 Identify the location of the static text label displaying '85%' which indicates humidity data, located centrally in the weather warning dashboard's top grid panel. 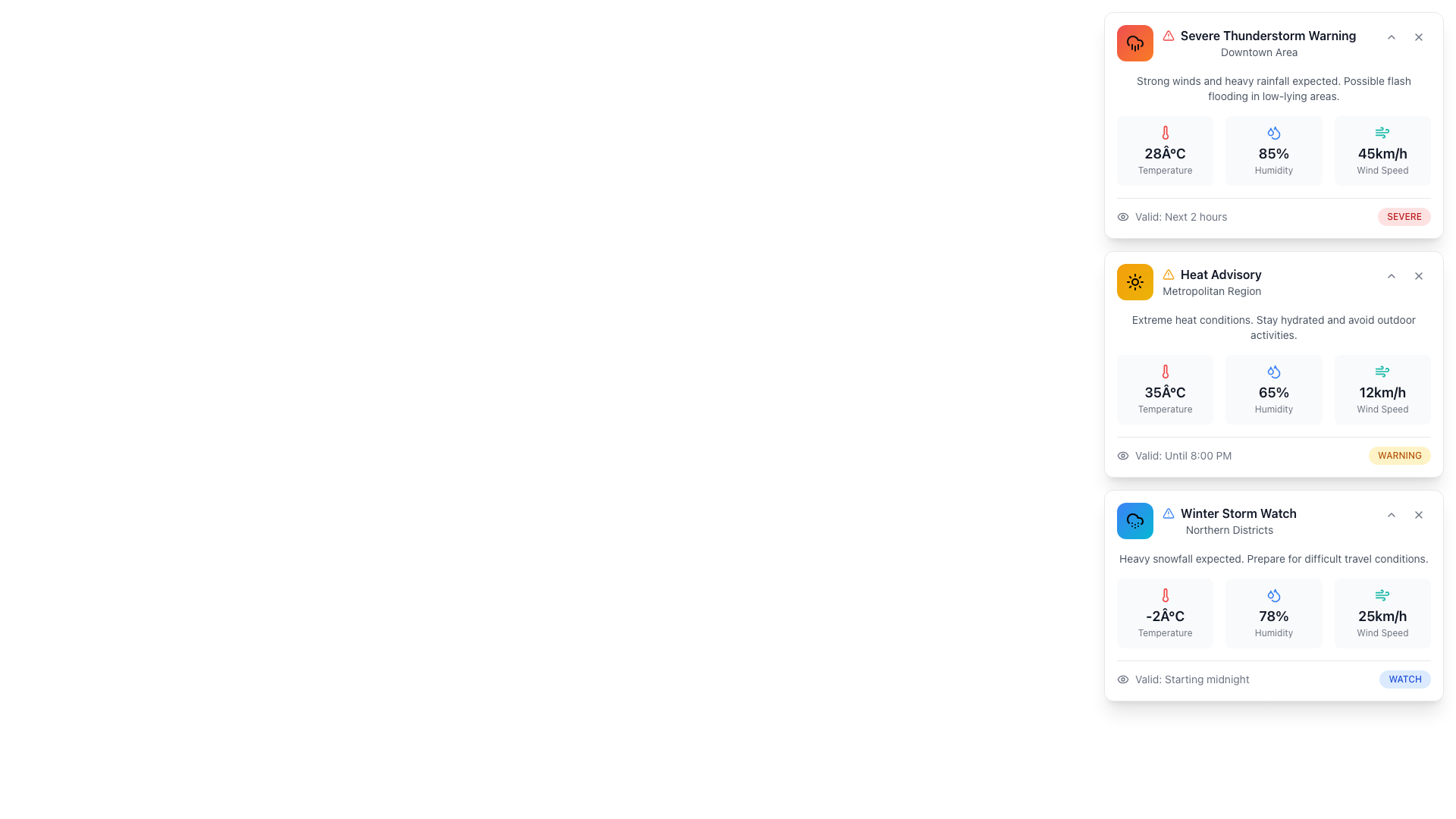
(1274, 154).